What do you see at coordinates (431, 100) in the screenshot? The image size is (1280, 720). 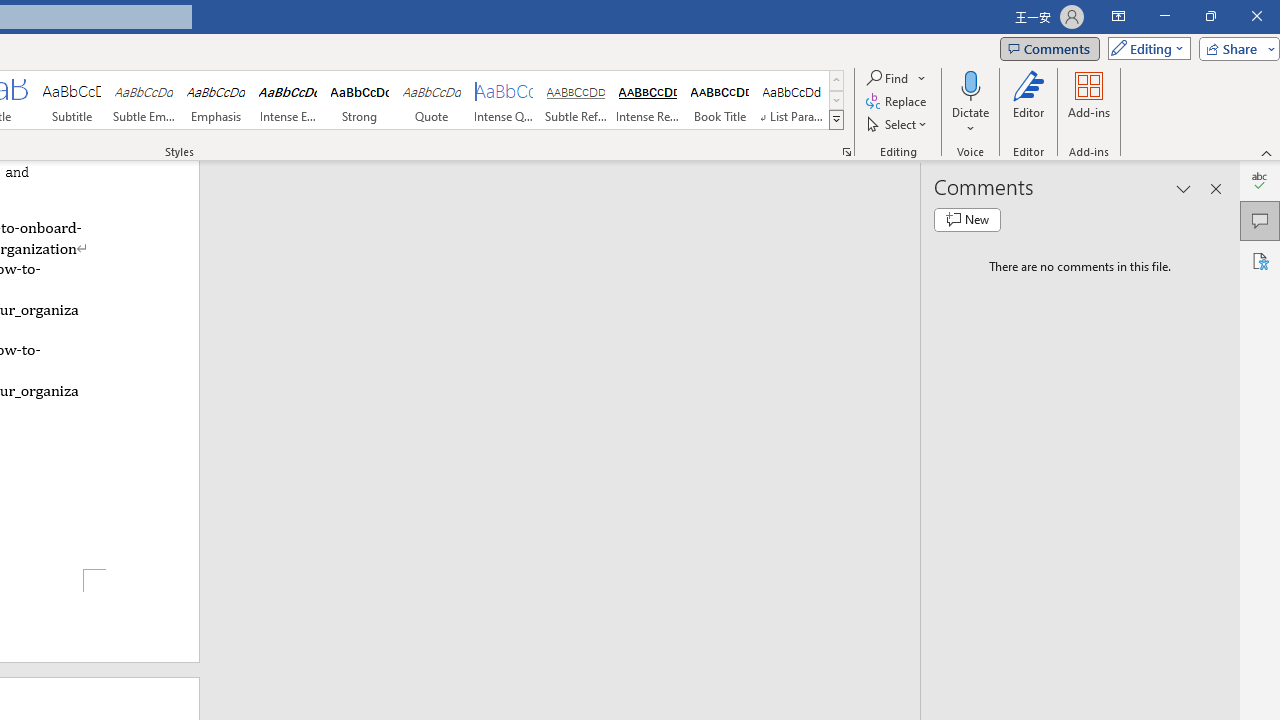 I see `'Quote'` at bounding box center [431, 100].